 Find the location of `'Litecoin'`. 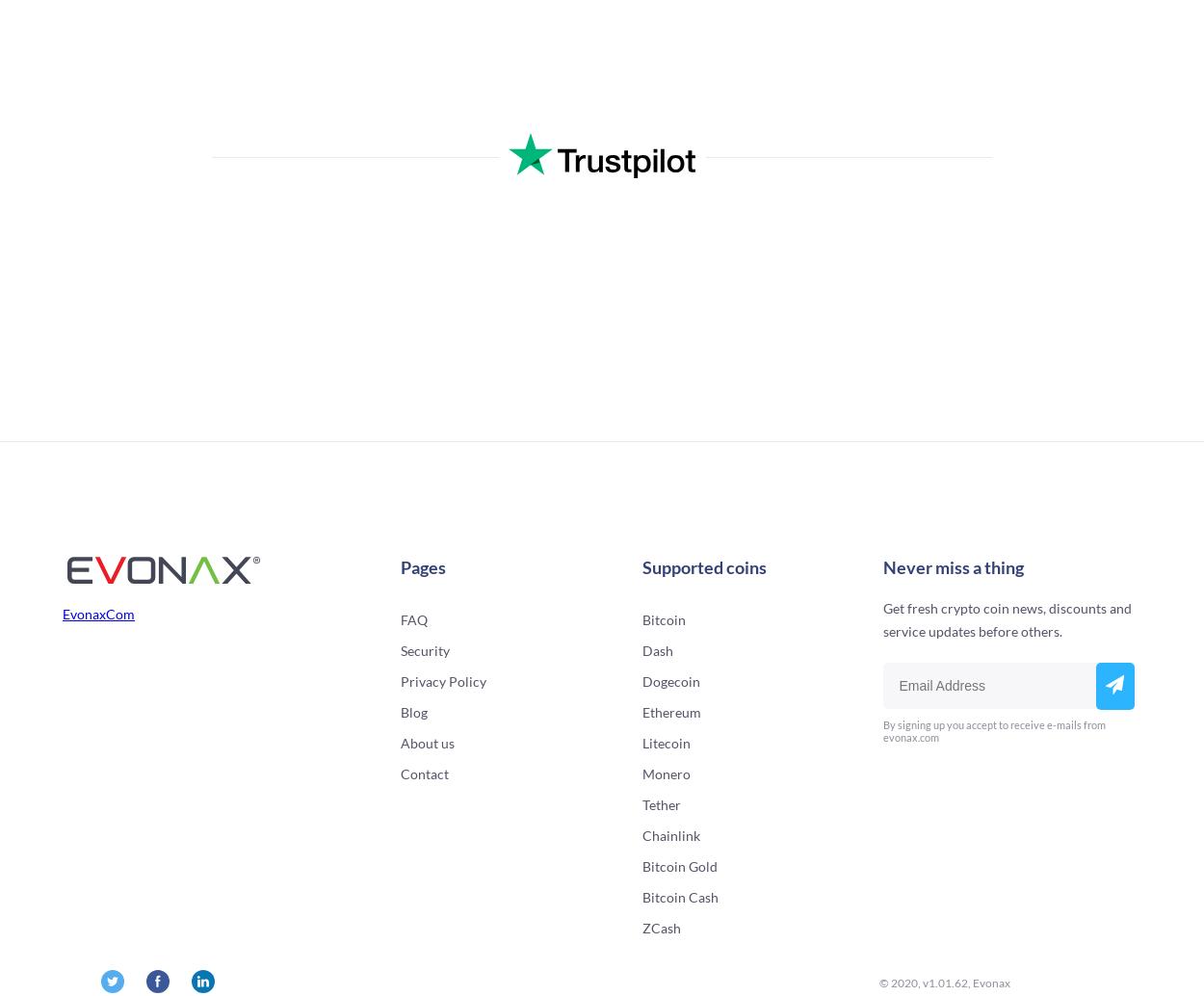

'Litecoin' is located at coordinates (641, 743).